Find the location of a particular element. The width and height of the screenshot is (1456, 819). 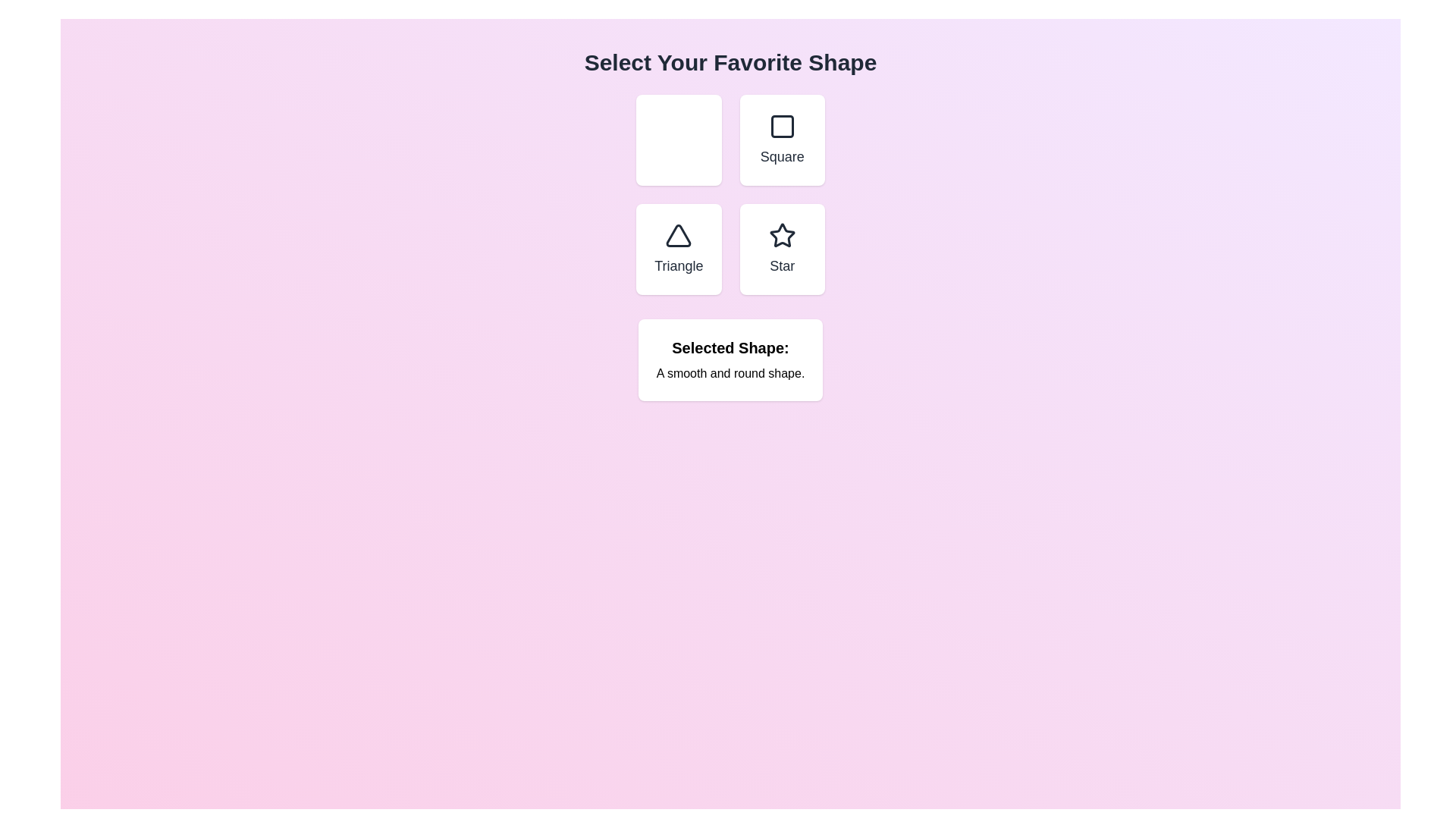

the shape star by clicking its corresponding button is located at coordinates (782, 248).